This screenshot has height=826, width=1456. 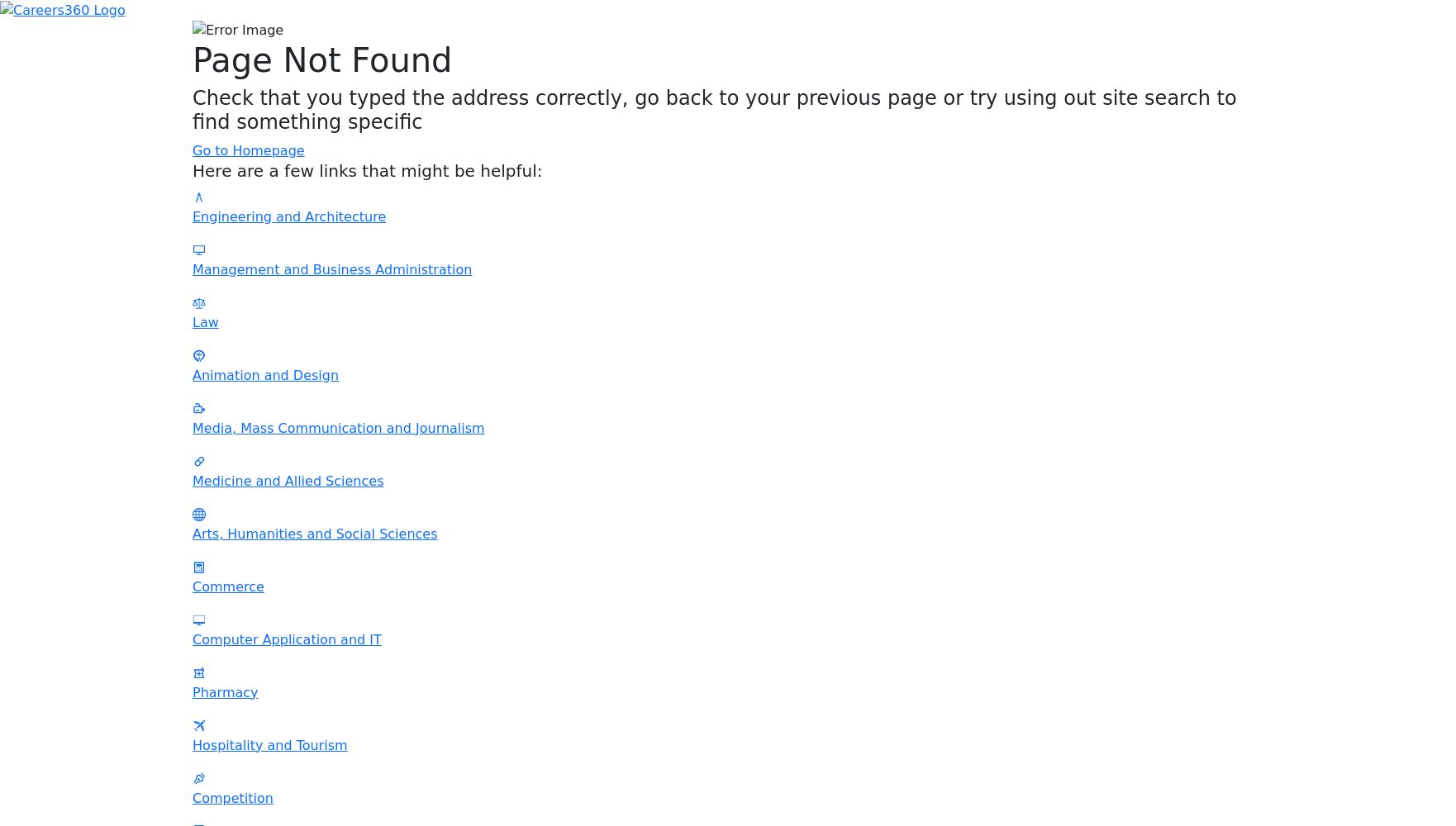 What do you see at coordinates (192, 216) in the screenshot?
I see `'Engineering and Architecture'` at bounding box center [192, 216].